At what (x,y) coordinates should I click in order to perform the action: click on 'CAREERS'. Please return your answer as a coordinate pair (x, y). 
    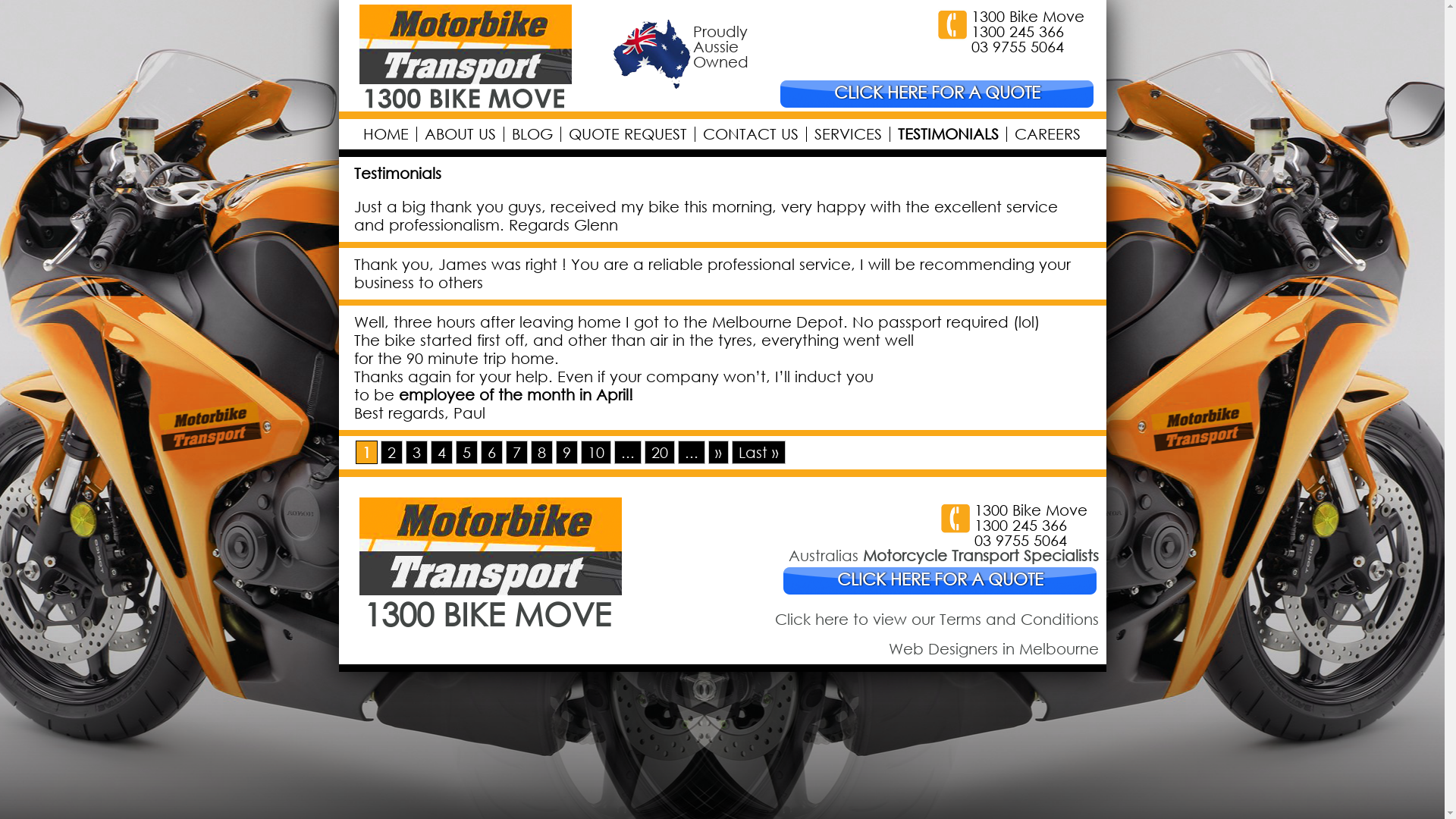
    Looking at the image, I should click on (1005, 133).